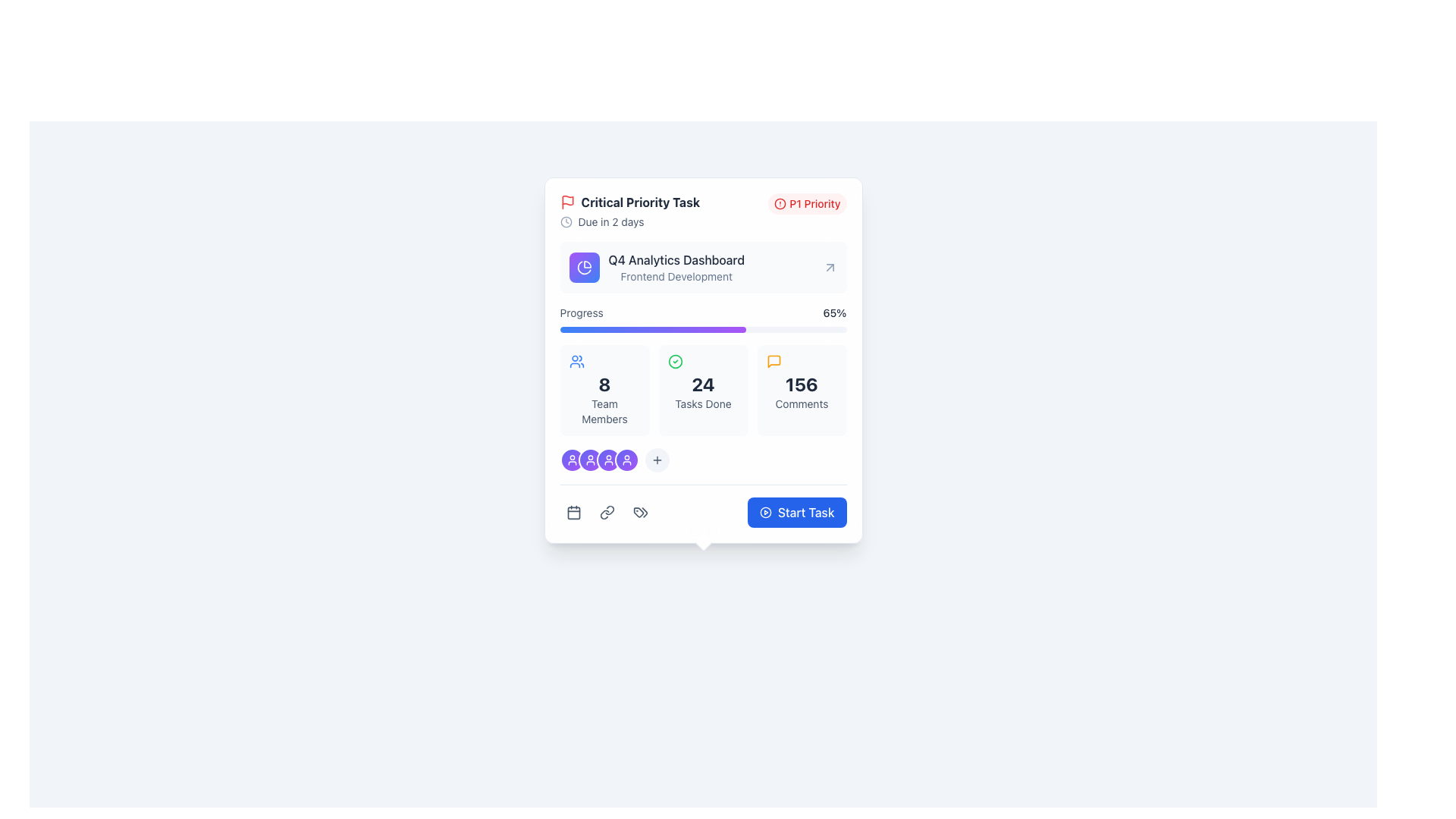 This screenshot has height=819, width=1456. Describe the element at coordinates (640, 512) in the screenshot. I see `the third button from the left in a horizontal series of three buttons near the bottom of the task card` at that location.